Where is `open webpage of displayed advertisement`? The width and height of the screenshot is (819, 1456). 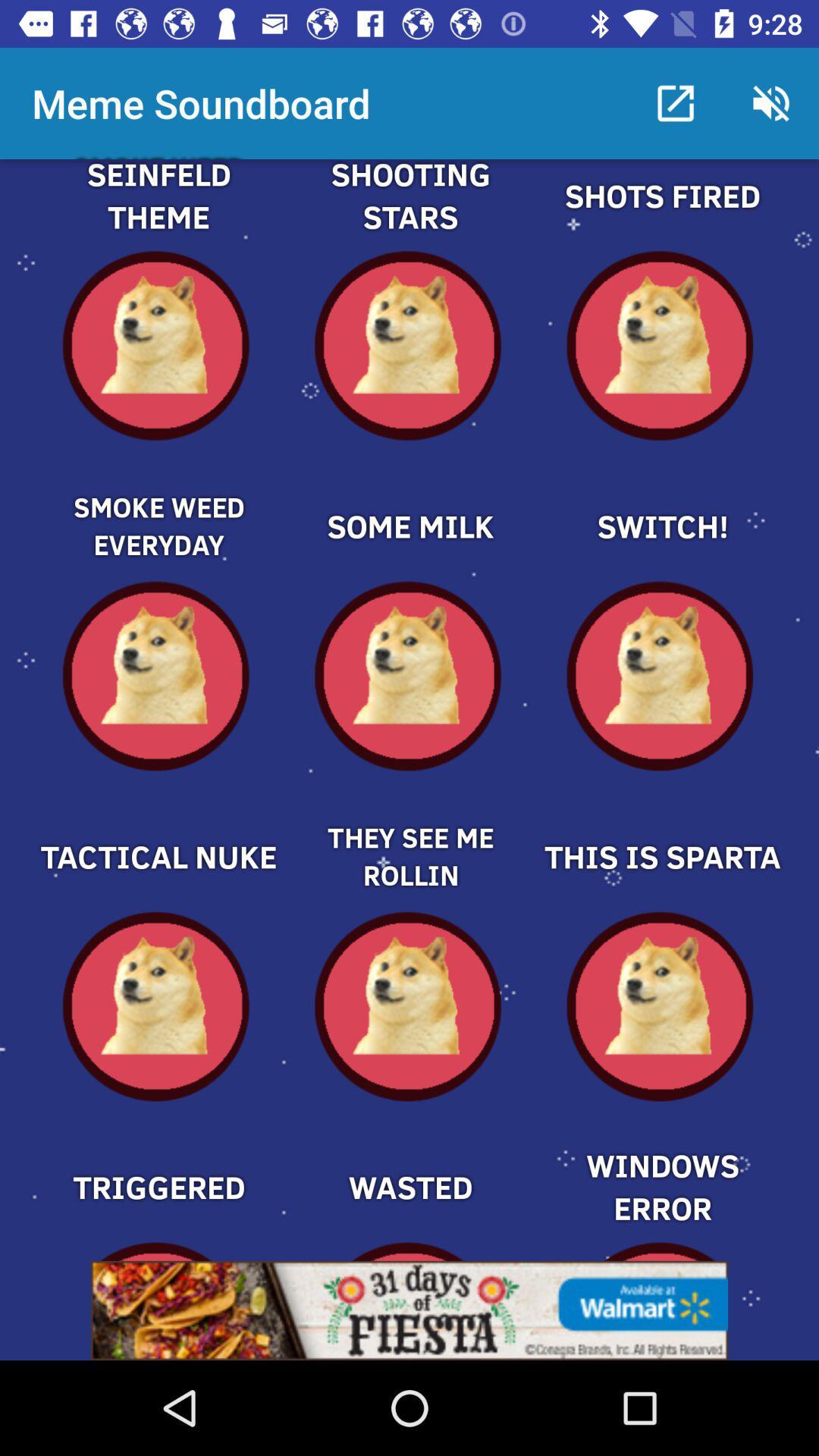 open webpage of displayed advertisement is located at coordinates (409, 1310).